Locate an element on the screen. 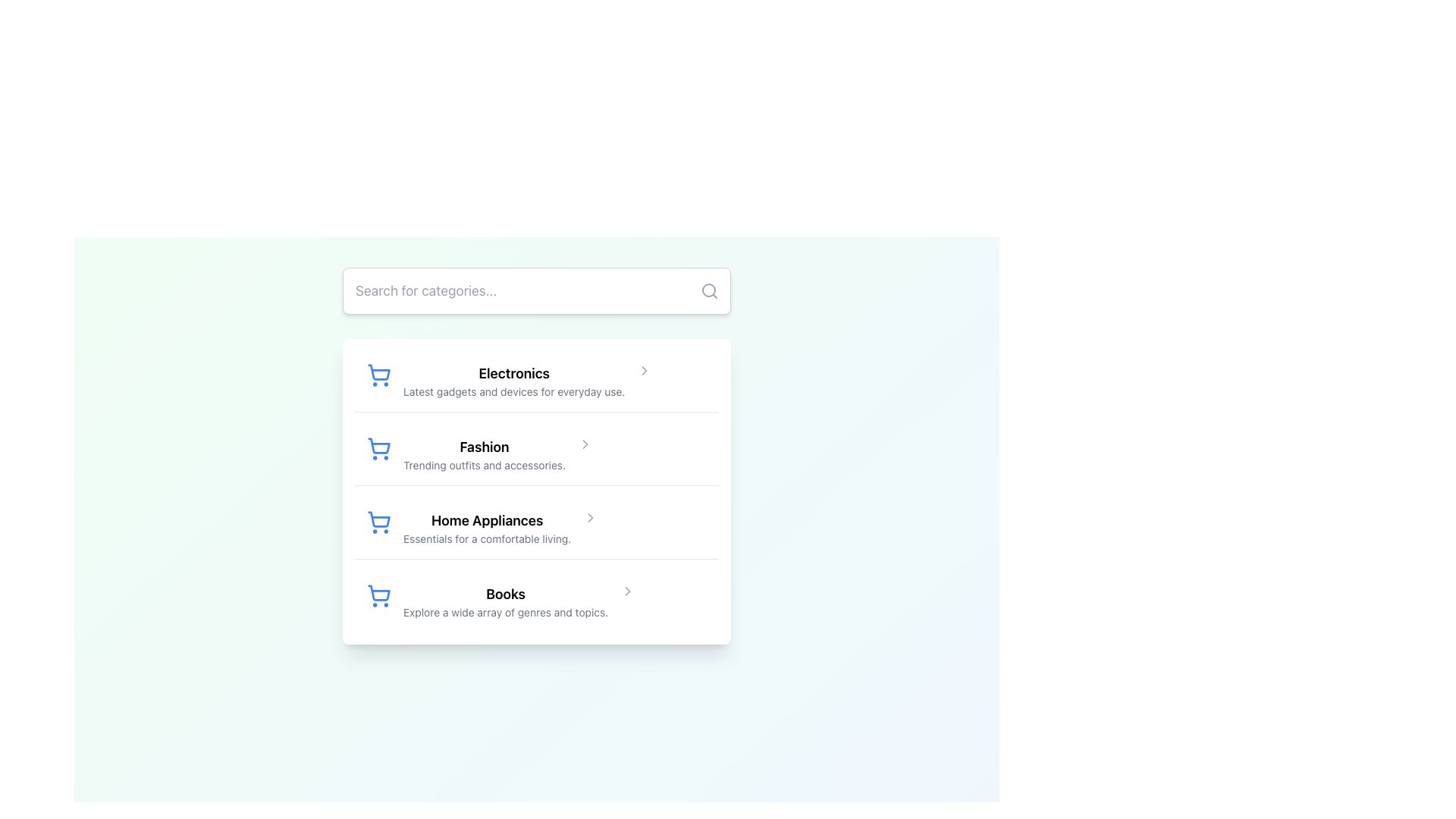 The width and height of the screenshot is (1456, 819). the text element displaying 'Latest gadgets and devices for everyday use' located beneath the 'Electronics' header is located at coordinates (514, 391).